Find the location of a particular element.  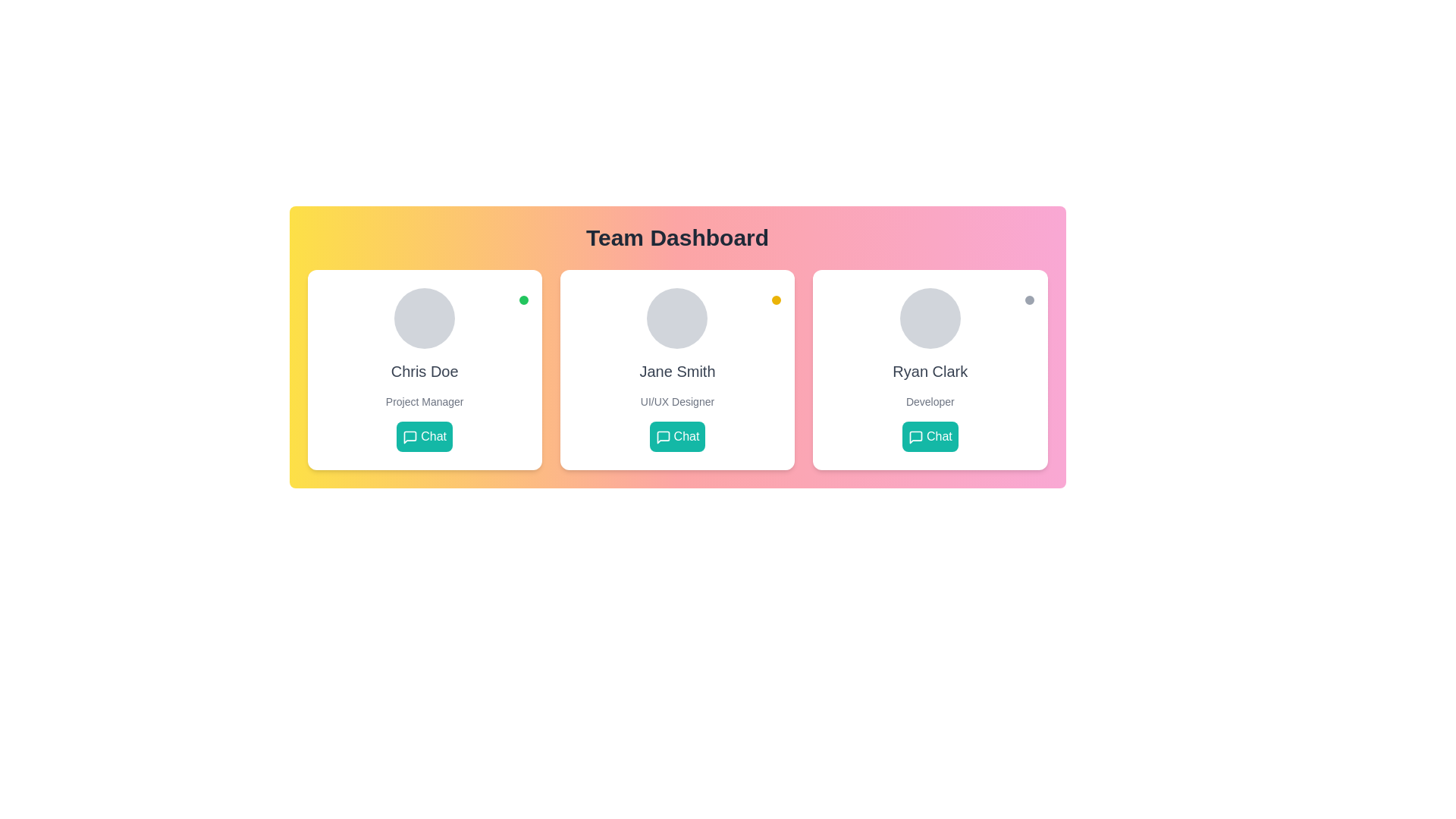

chat icon related to 'Jane Smith', which is positioned below the user's designation and above the 'Chat' button in the second card is located at coordinates (663, 437).